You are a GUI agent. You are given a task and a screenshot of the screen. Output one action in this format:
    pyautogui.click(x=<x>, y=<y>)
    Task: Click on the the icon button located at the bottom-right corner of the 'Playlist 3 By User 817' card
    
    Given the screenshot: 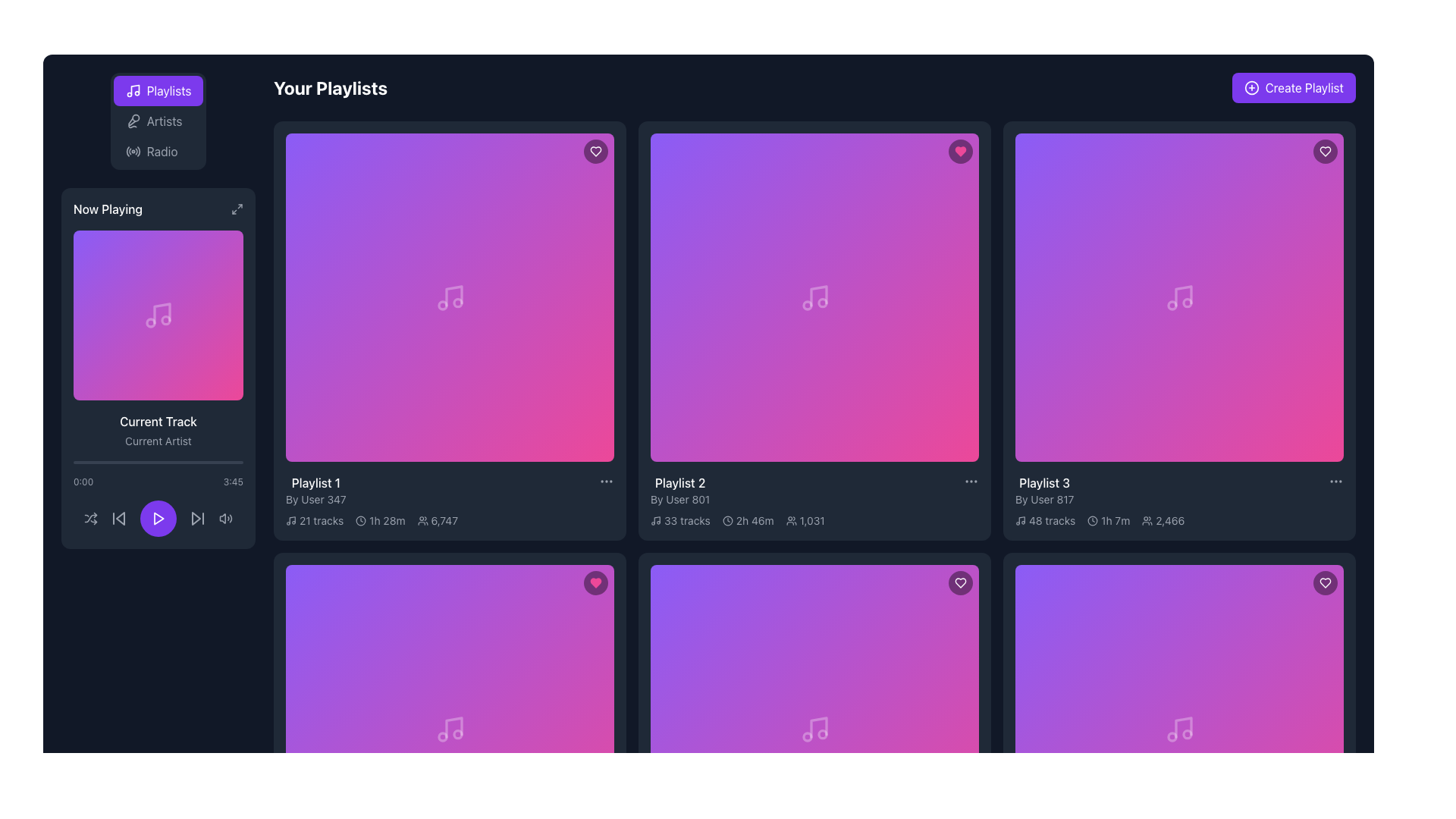 What is the action you would take?
    pyautogui.click(x=1335, y=482)
    